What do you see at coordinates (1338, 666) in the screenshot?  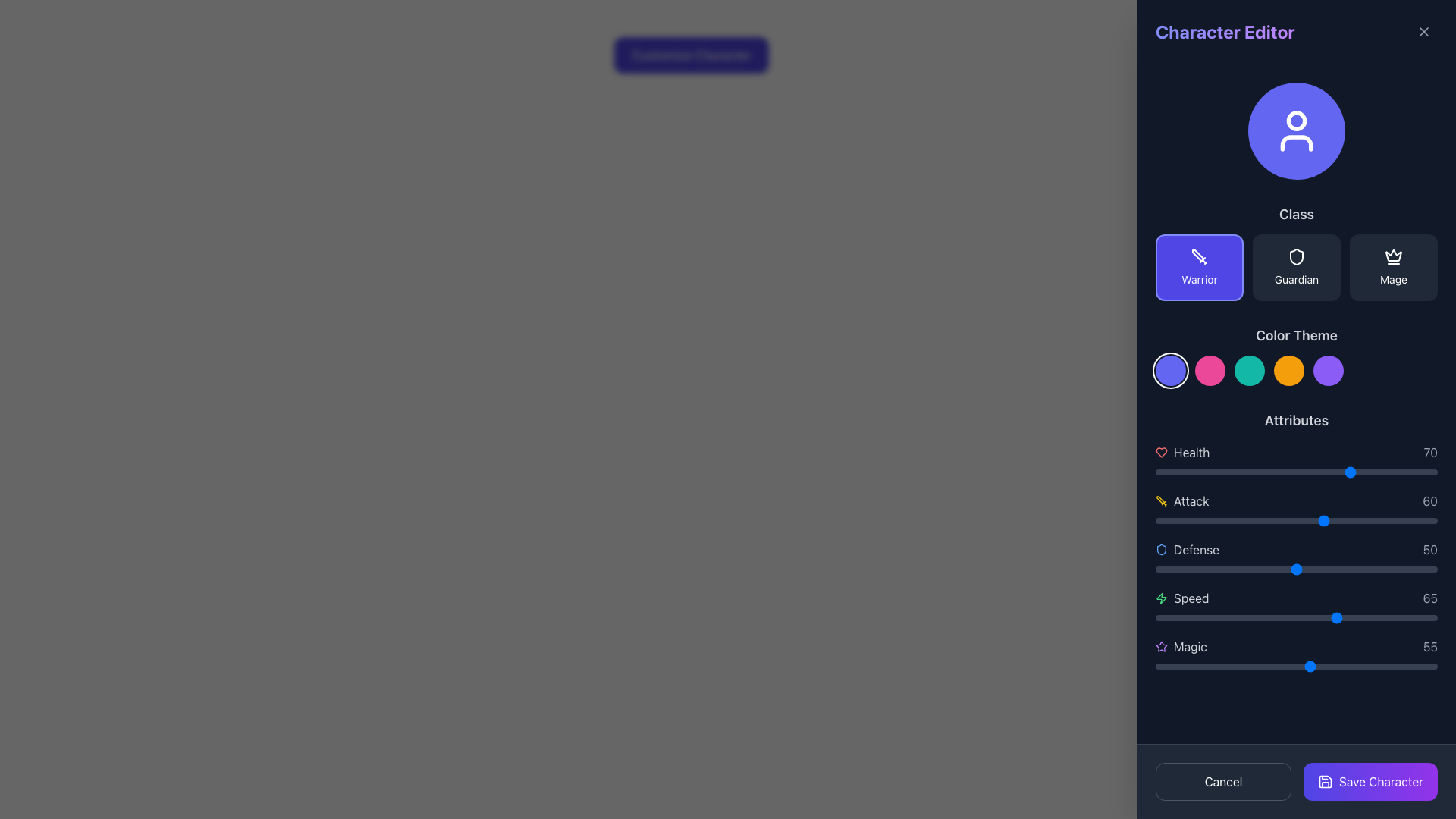 I see `the magic attribute` at bounding box center [1338, 666].